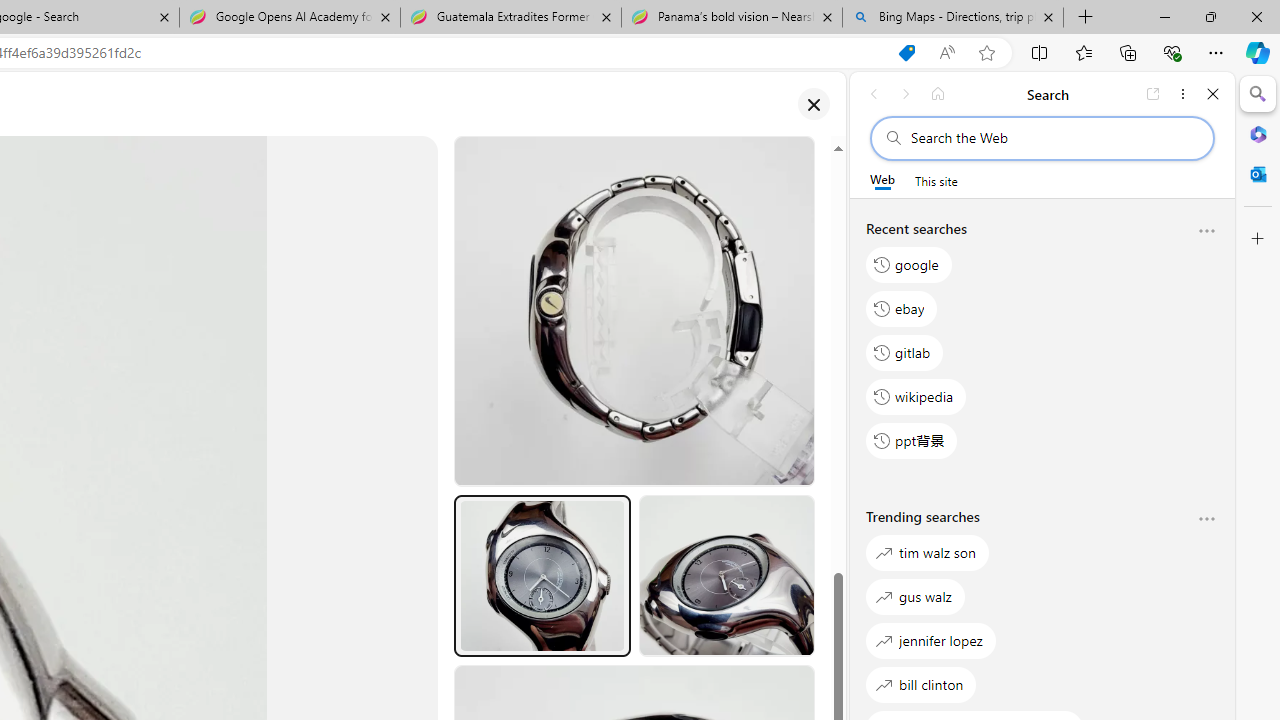 The width and height of the screenshot is (1280, 720). Describe the element at coordinates (930, 640) in the screenshot. I see `'jennifer lopez'` at that location.